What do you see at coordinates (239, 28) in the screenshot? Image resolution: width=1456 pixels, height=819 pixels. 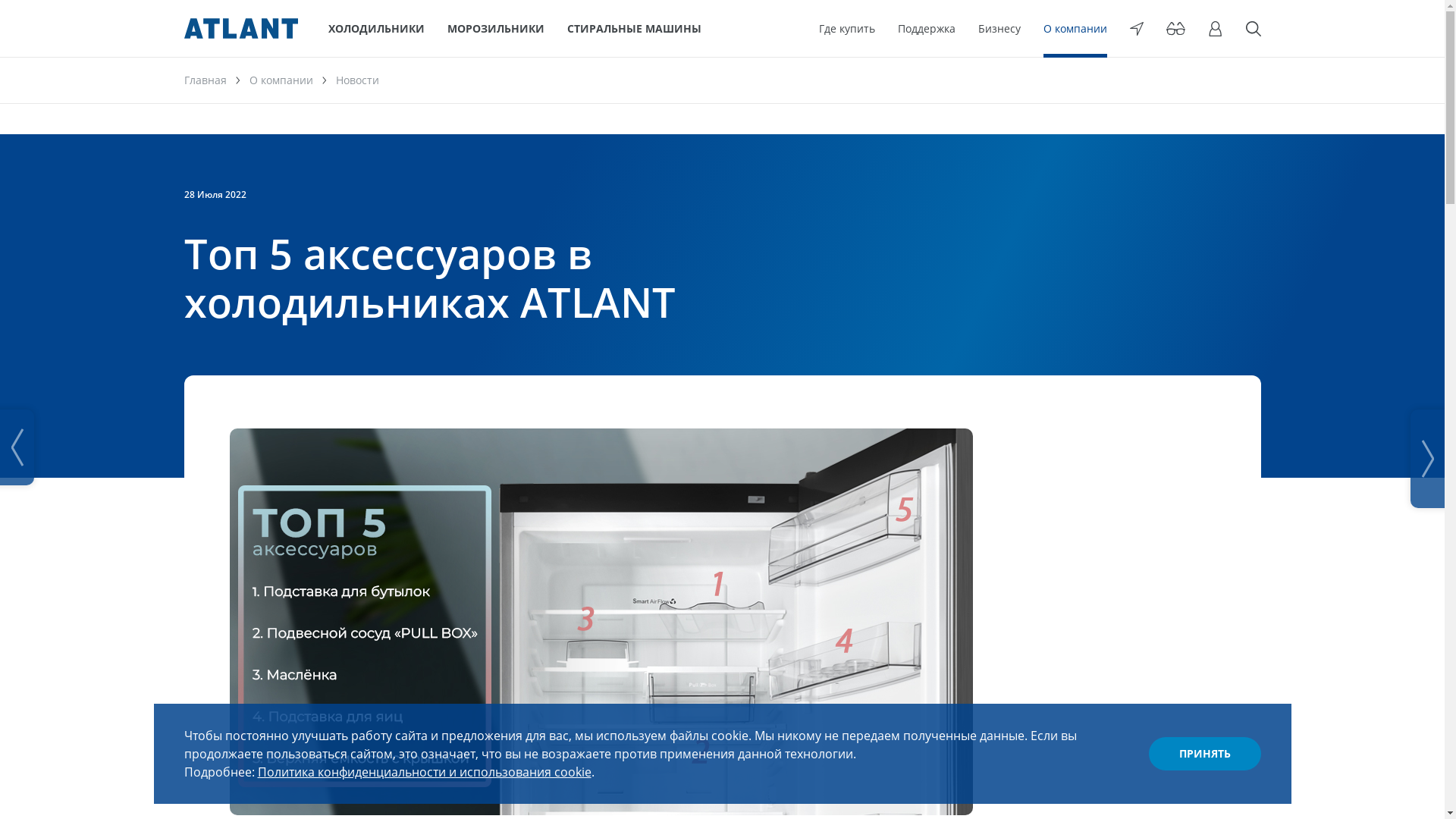 I see `'ATLANT'` at bounding box center [239, 28].